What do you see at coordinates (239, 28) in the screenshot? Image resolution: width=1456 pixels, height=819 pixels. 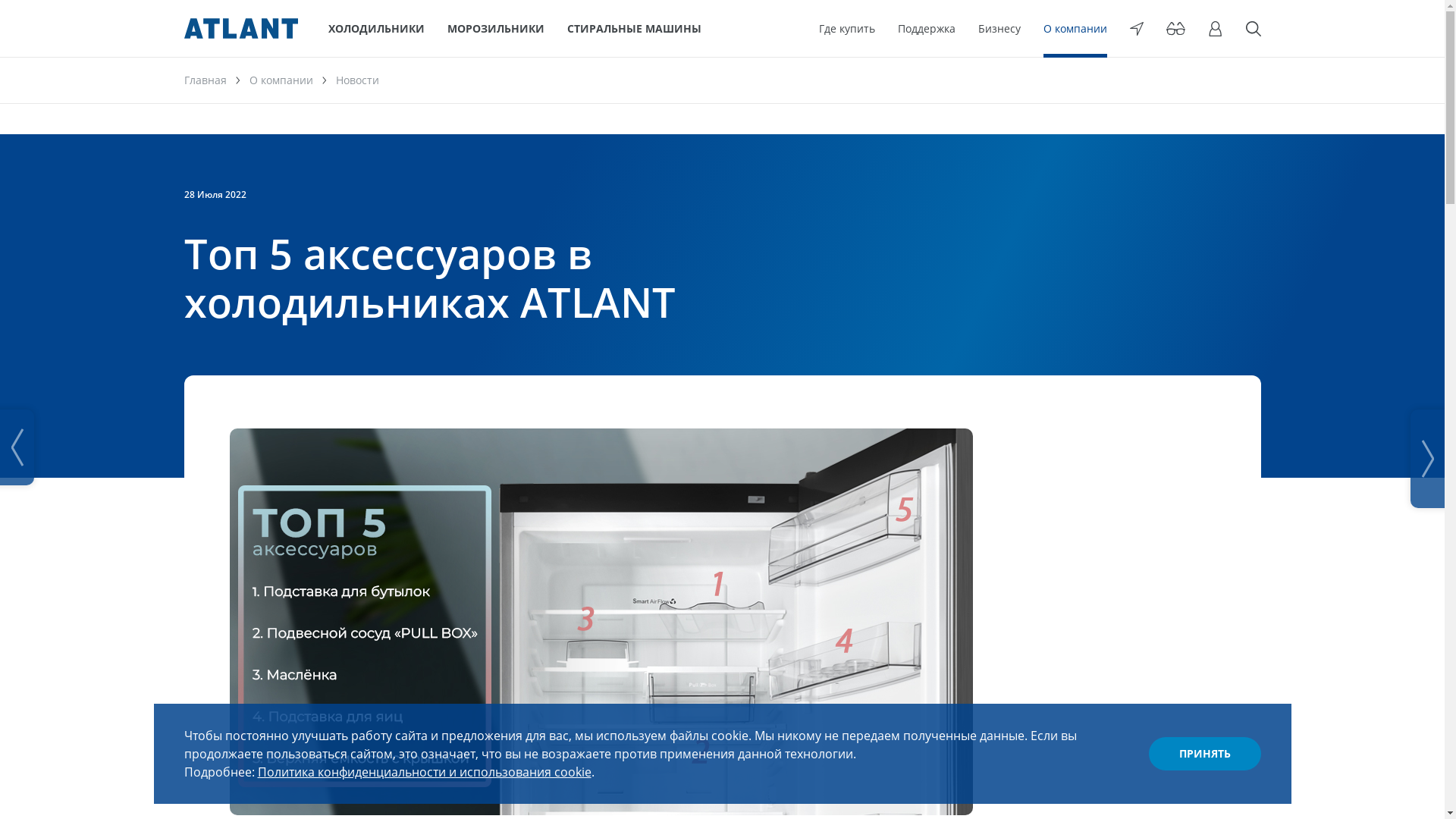 I see `'ATLANT'` at bounding box center [239, 28].